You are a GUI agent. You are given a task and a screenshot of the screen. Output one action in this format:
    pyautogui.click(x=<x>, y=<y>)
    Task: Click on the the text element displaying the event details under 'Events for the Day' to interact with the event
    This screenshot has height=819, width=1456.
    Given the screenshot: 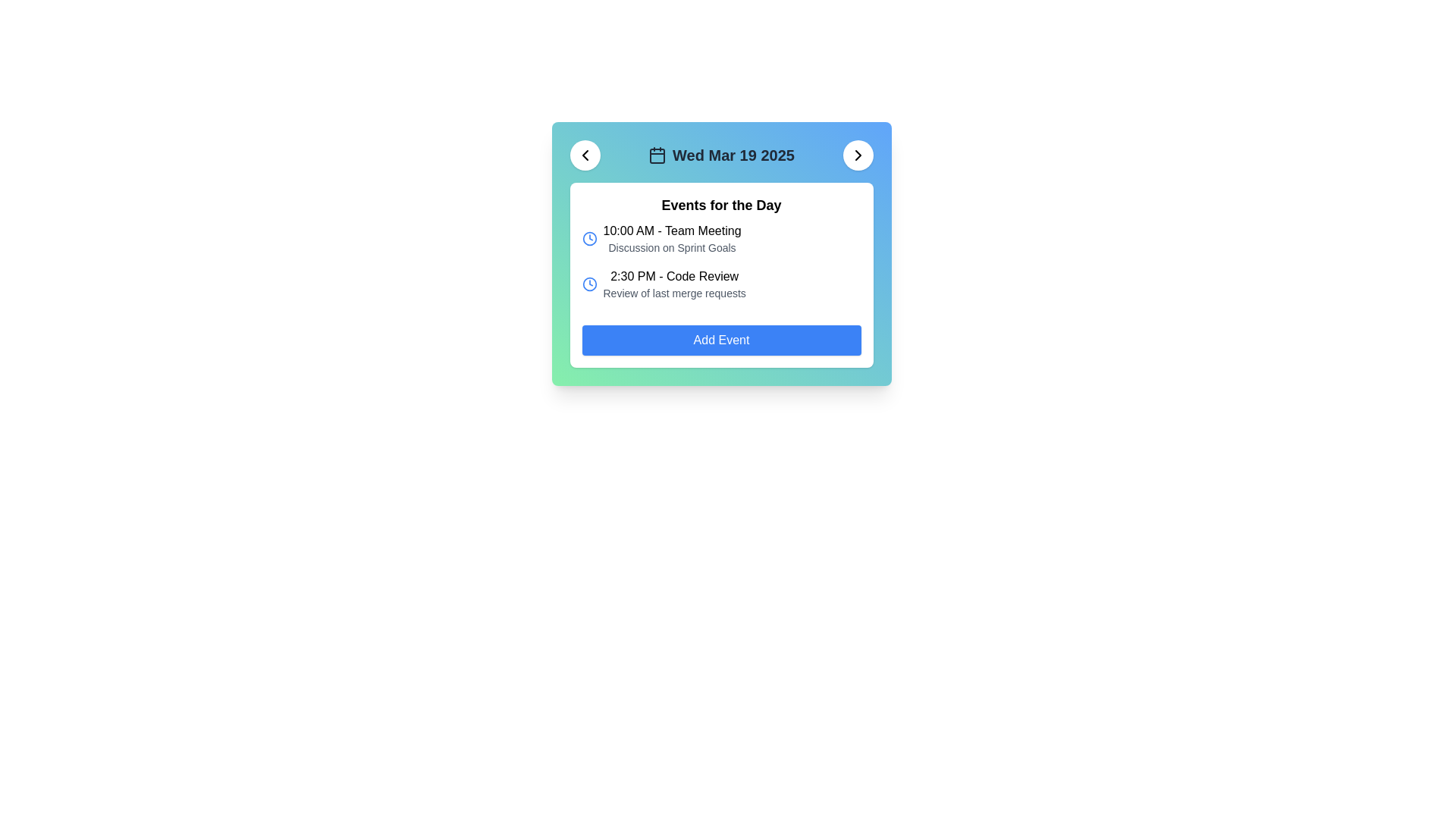 What is the action you would take?
    pyautogui.click(x=671, y=239)
    